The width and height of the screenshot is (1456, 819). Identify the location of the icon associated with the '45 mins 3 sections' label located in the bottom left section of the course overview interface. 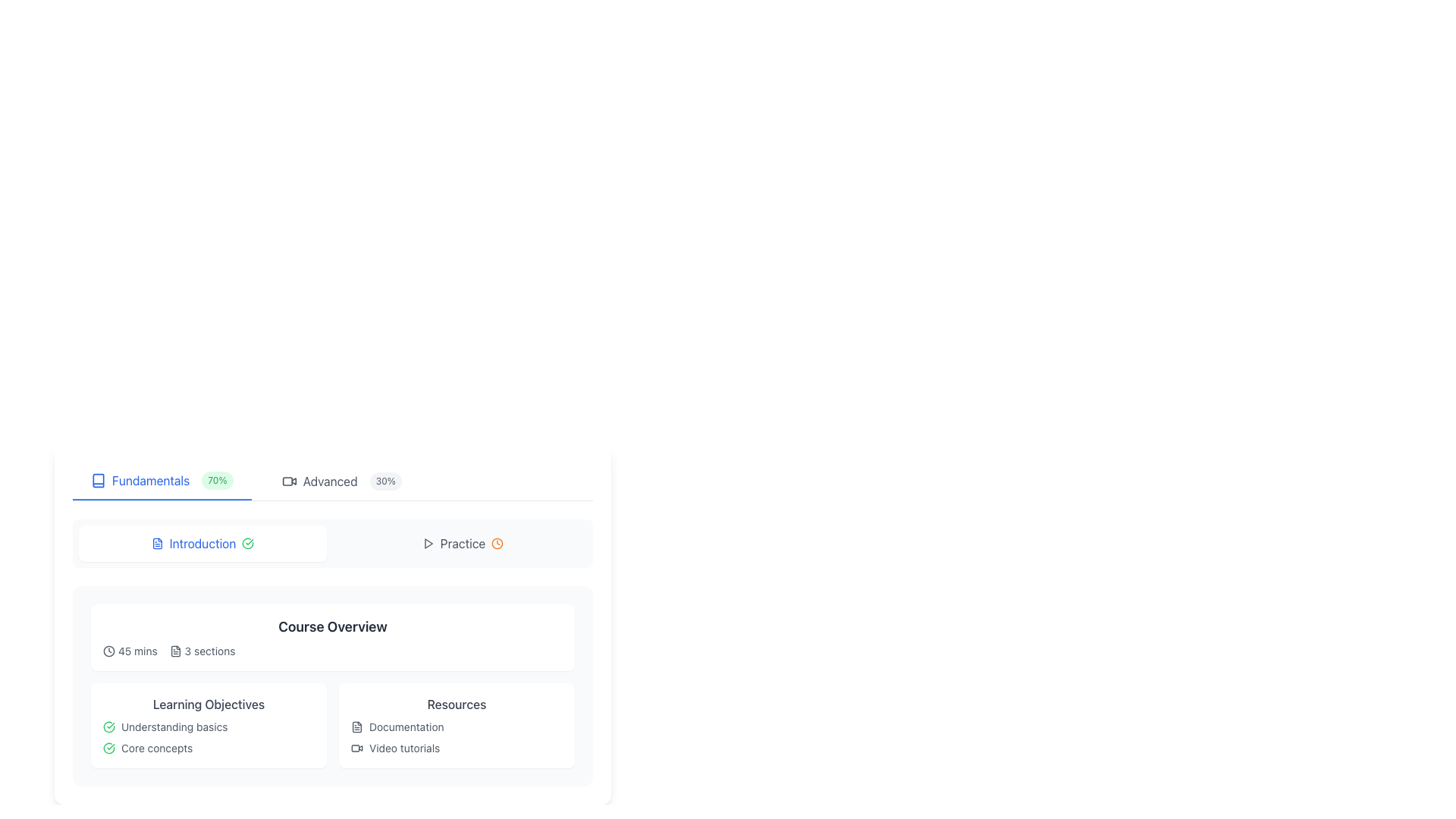
(175, 651).